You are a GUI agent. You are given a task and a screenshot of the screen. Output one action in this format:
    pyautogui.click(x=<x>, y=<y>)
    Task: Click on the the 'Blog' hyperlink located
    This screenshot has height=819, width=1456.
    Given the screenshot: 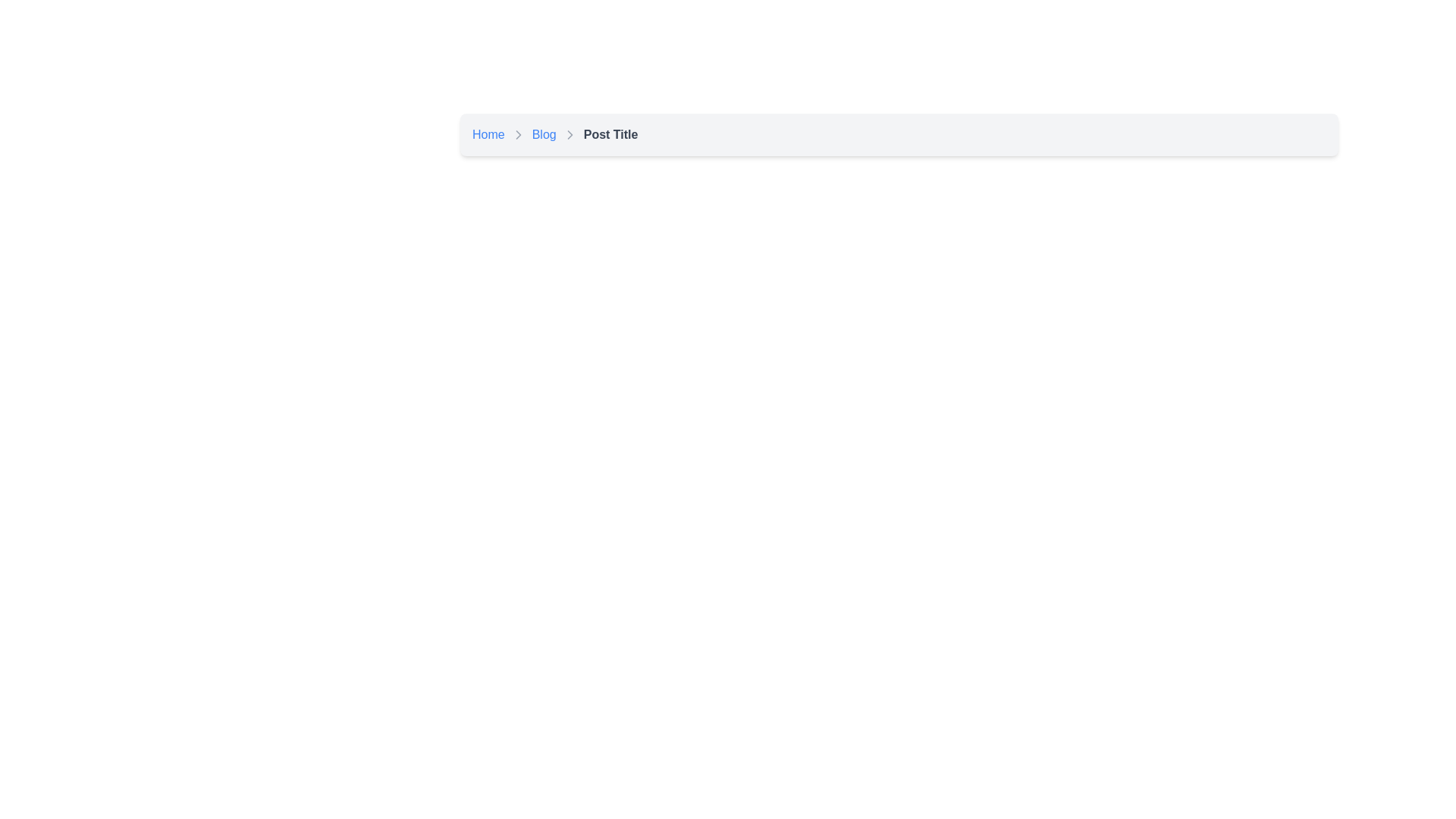 What is the action you would take?
    pyautogui.click(x=544, y=133)
    